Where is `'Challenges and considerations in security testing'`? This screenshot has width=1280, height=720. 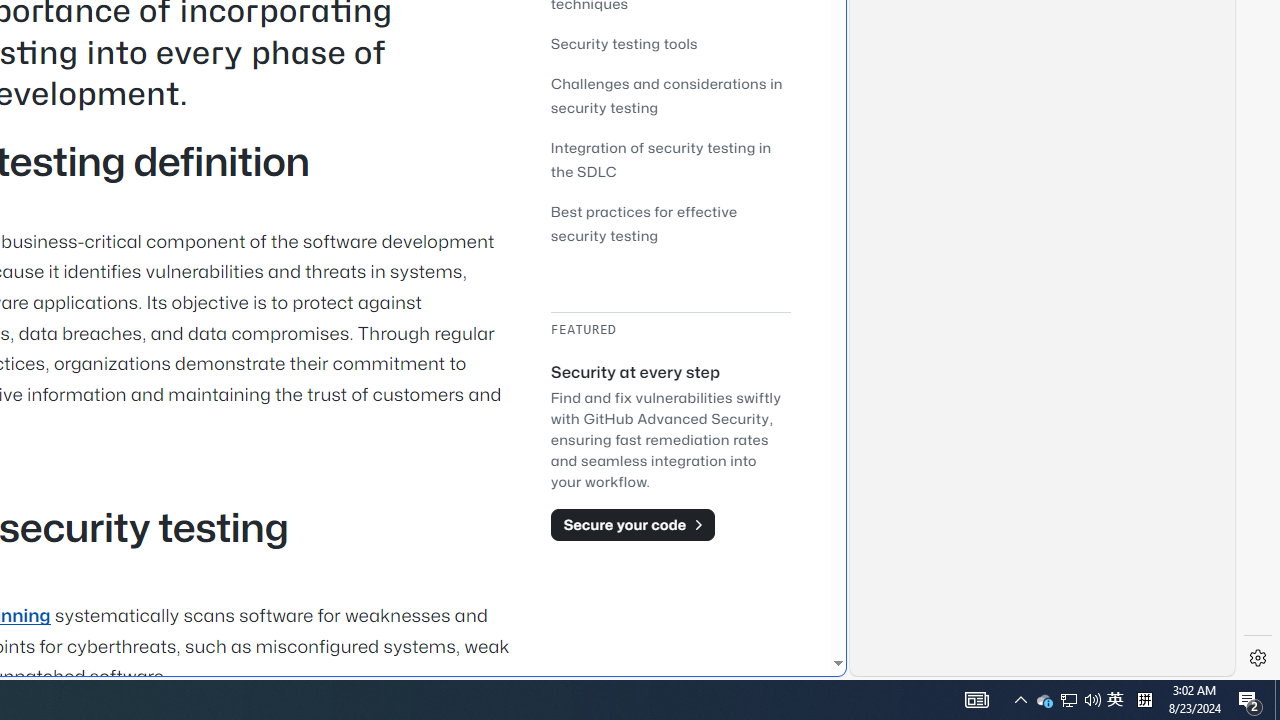 'Challenges and considerations in security testing' is located at coordinates (666, 95).